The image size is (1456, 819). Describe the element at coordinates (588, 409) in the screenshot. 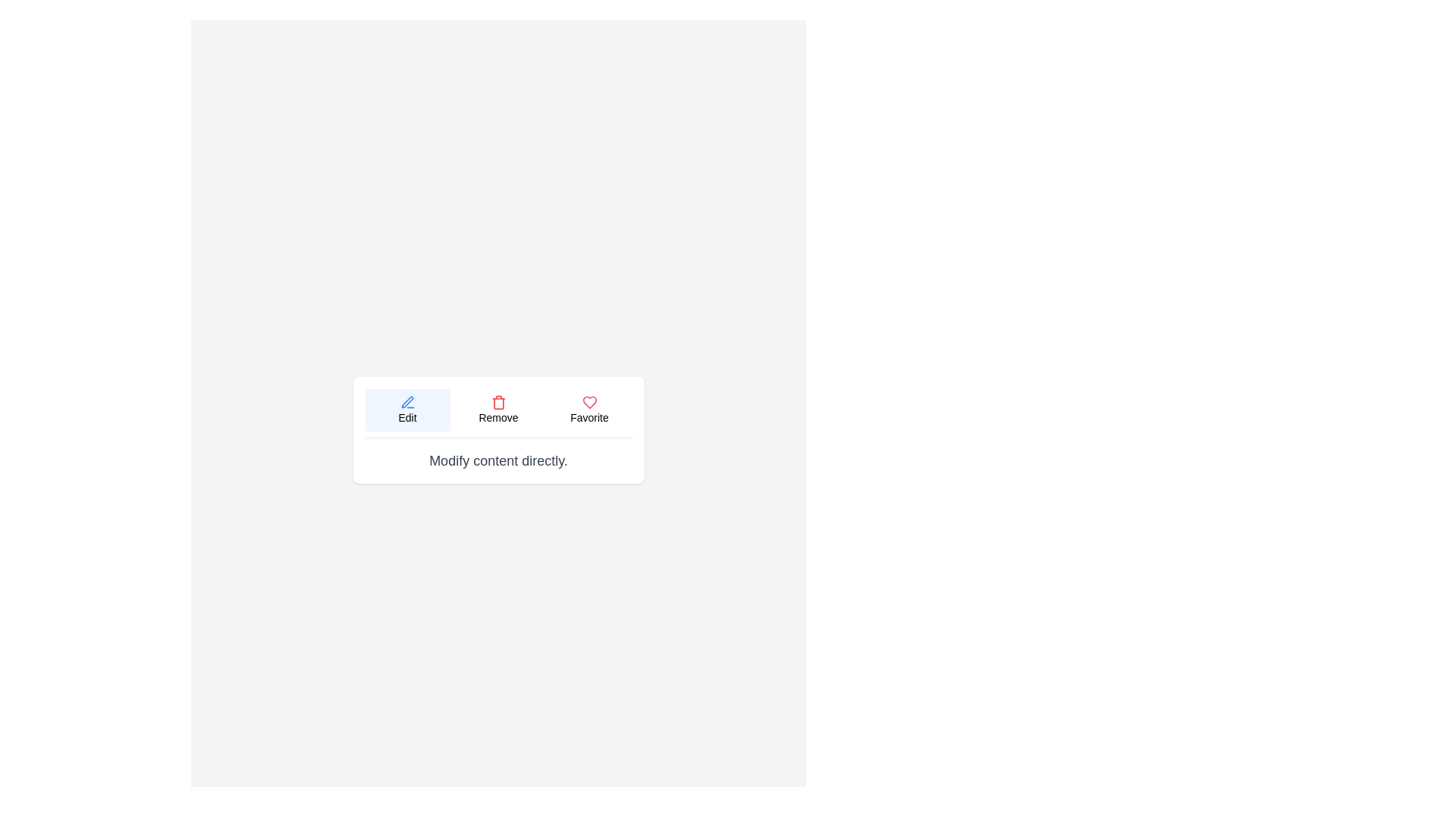

I see `the Favorite tab to select it` at that location.